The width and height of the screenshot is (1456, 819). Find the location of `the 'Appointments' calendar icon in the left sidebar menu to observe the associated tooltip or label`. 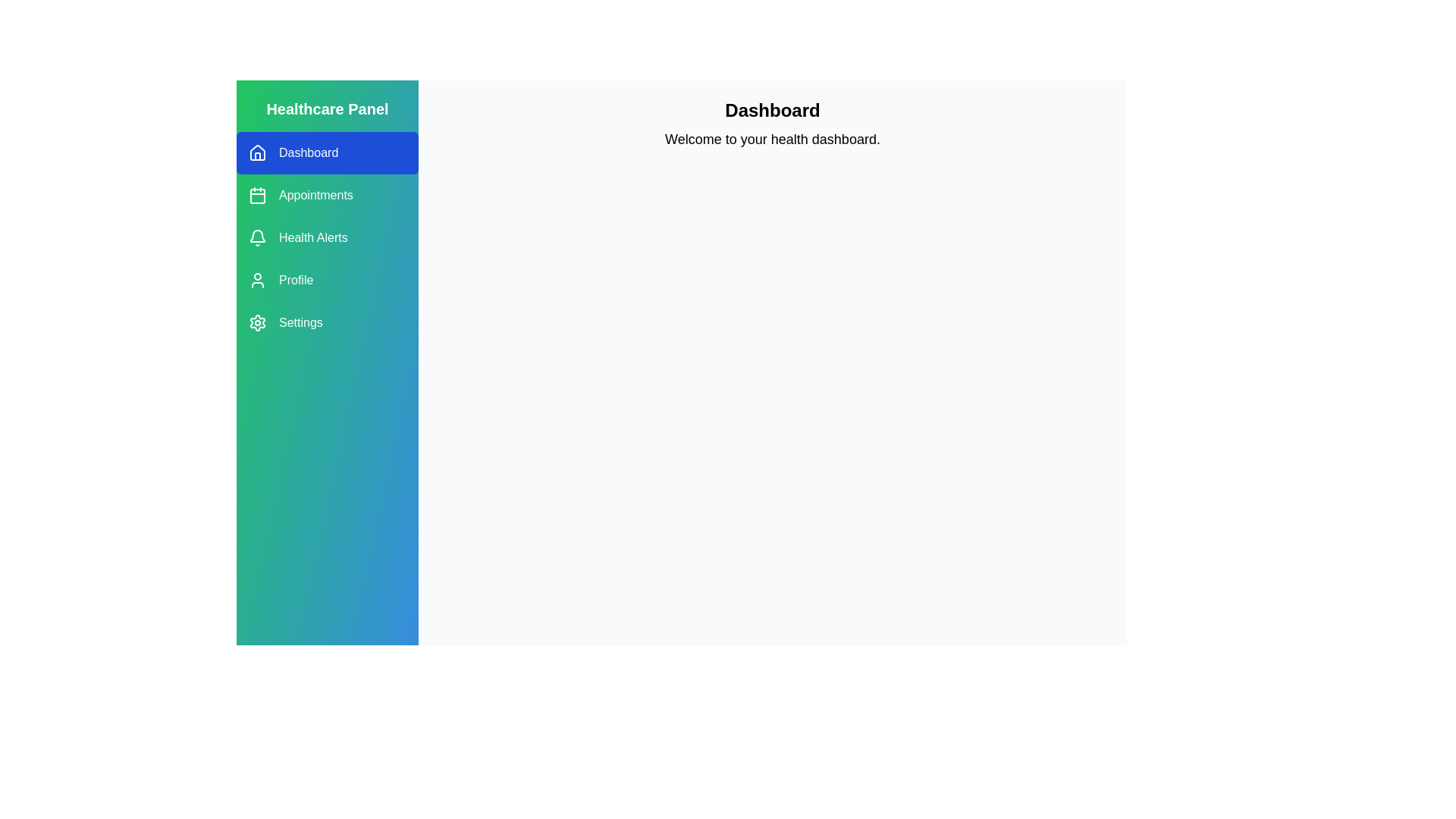

the 'Appointments' calendar icon in the left sidebar menu to observe the associated tooltip or label is located at coordinates (258, 195).